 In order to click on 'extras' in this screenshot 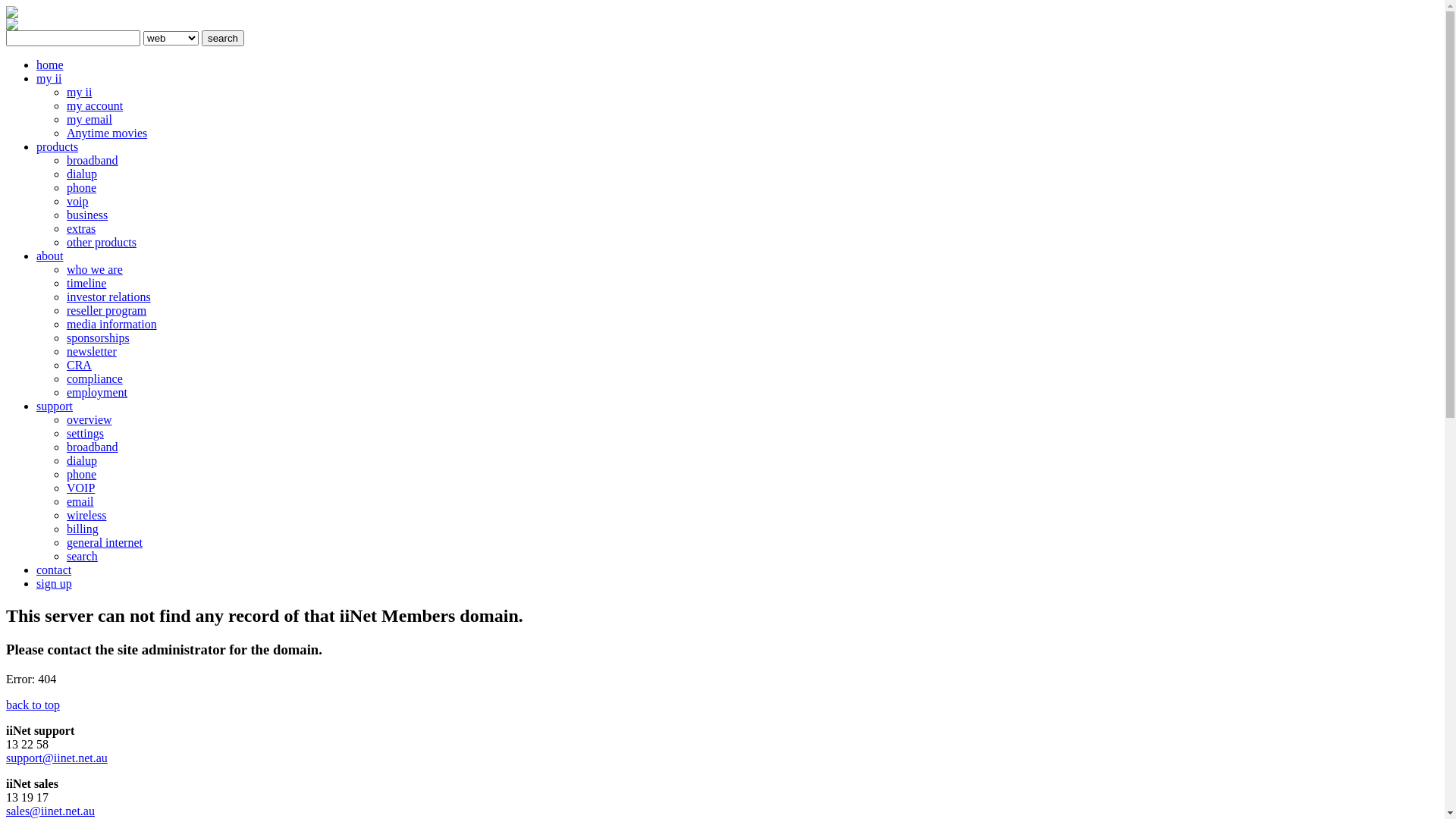, I will do `click(65, 228)`.